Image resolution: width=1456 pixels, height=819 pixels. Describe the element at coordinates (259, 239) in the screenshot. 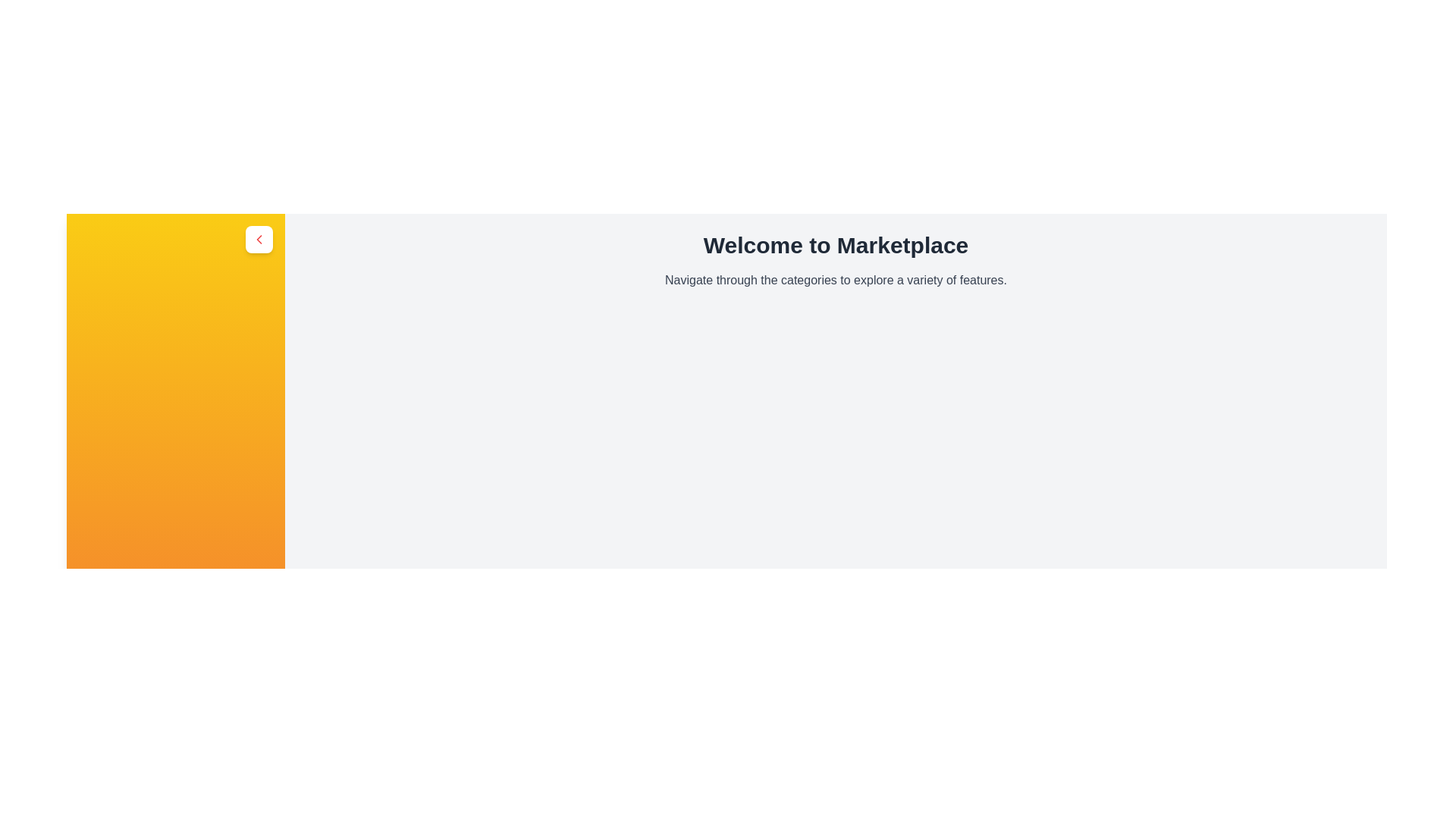

I see `toggle button to toggle the sidebar open or closed` at that location.